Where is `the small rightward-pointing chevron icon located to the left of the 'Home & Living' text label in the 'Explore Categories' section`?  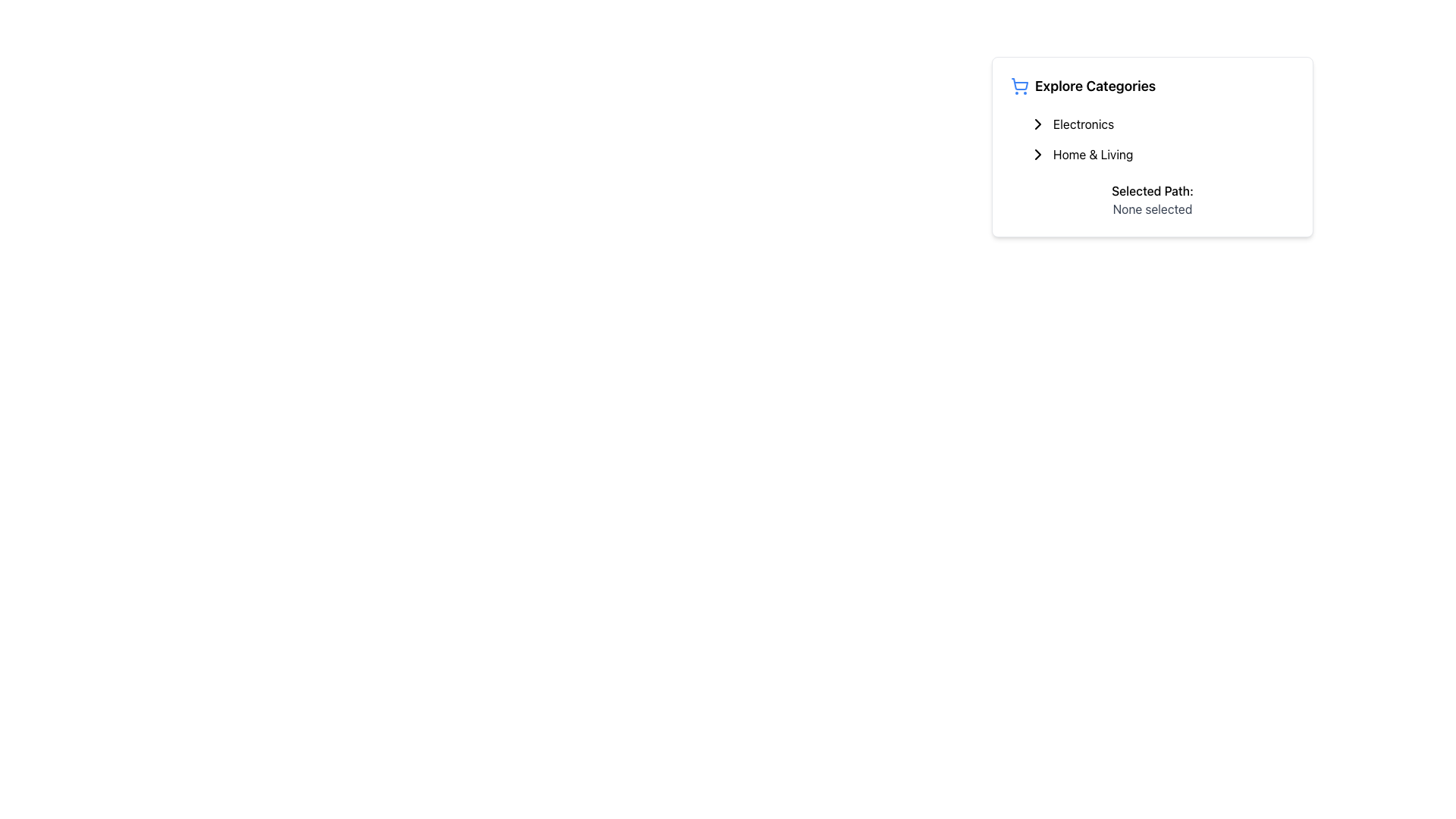
the small rightward-pointing chevron icon located to the left of the 'Home & Living' text label in the 'Explore Categories' section is located at coordinates (1037, 155).